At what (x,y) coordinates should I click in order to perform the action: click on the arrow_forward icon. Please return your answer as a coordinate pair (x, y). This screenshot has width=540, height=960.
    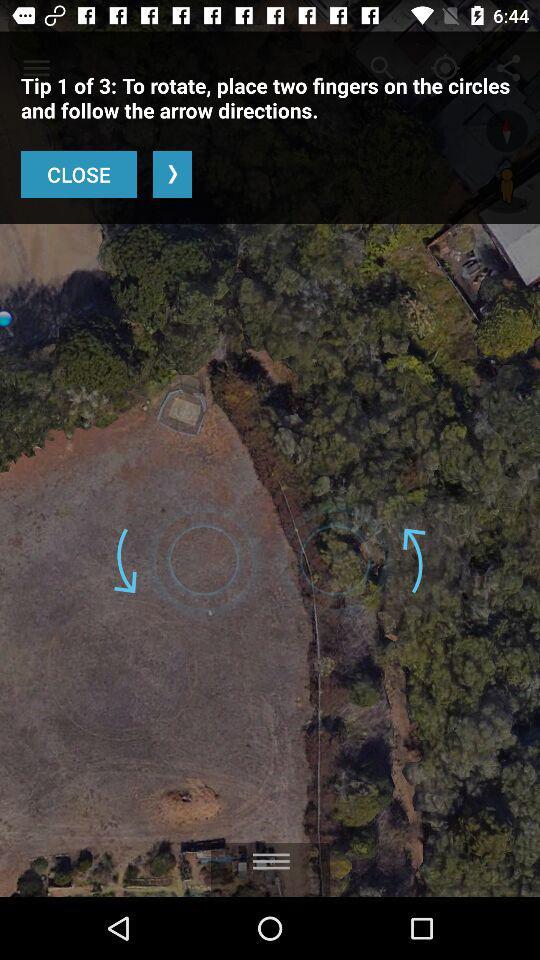
    Looking at the image, I should click on (172, 173).